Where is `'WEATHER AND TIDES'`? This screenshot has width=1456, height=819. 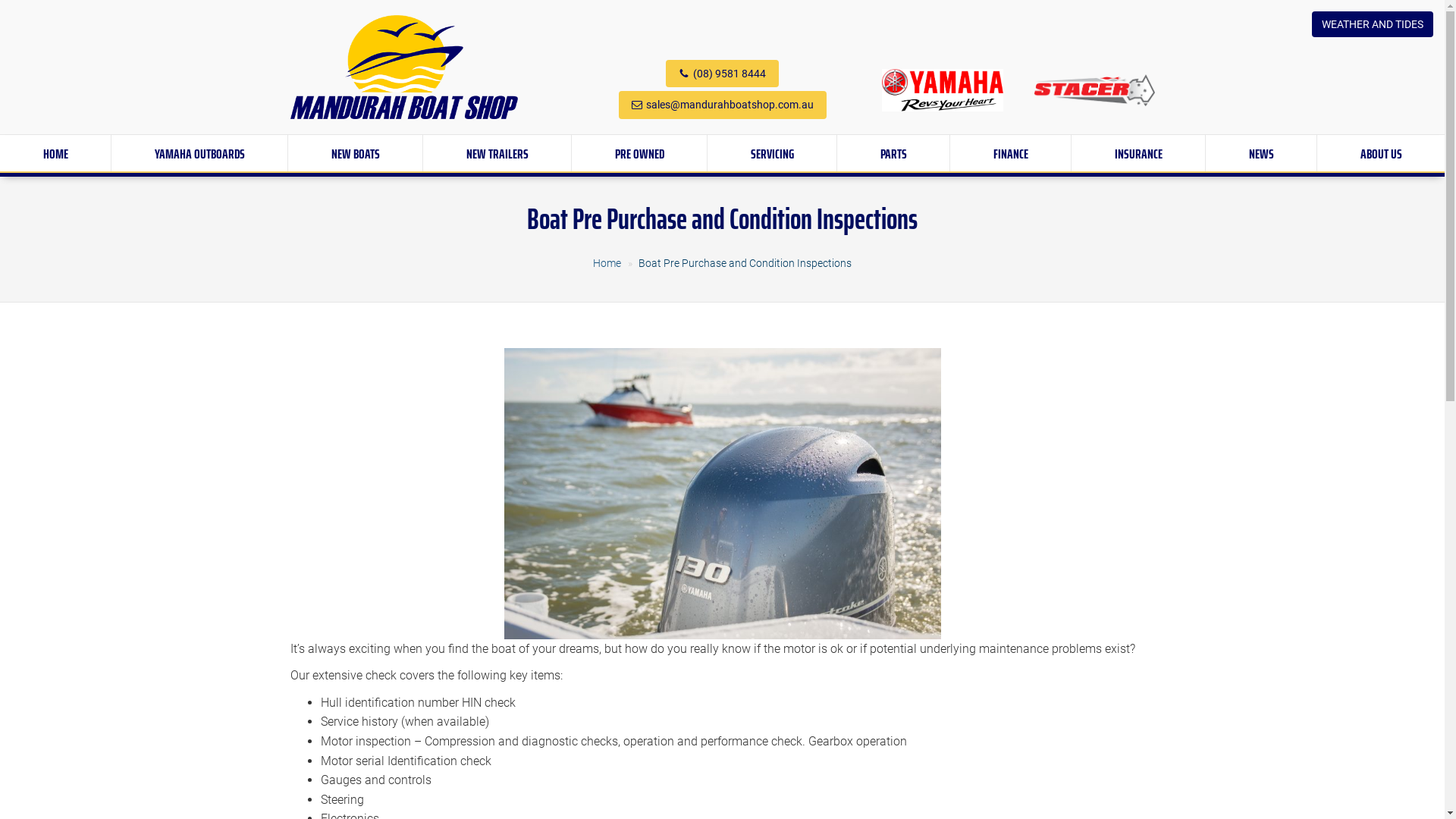 'WEATHER AND TIDES' is located at coordinates (1372, 24).